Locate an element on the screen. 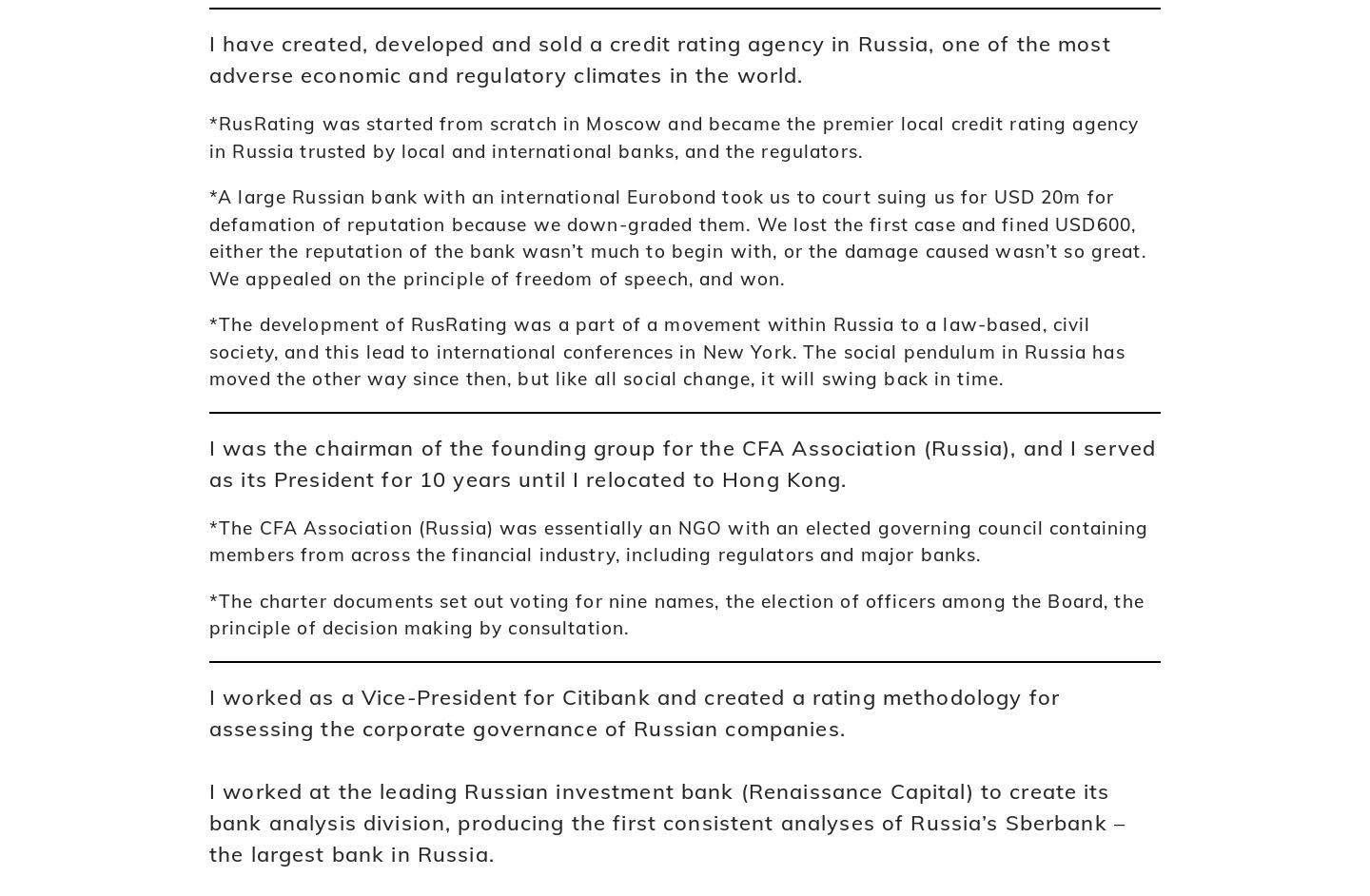 The height and width of the screenshot is (896, 1370). 'Help?' is located at coordinates (791, 395).